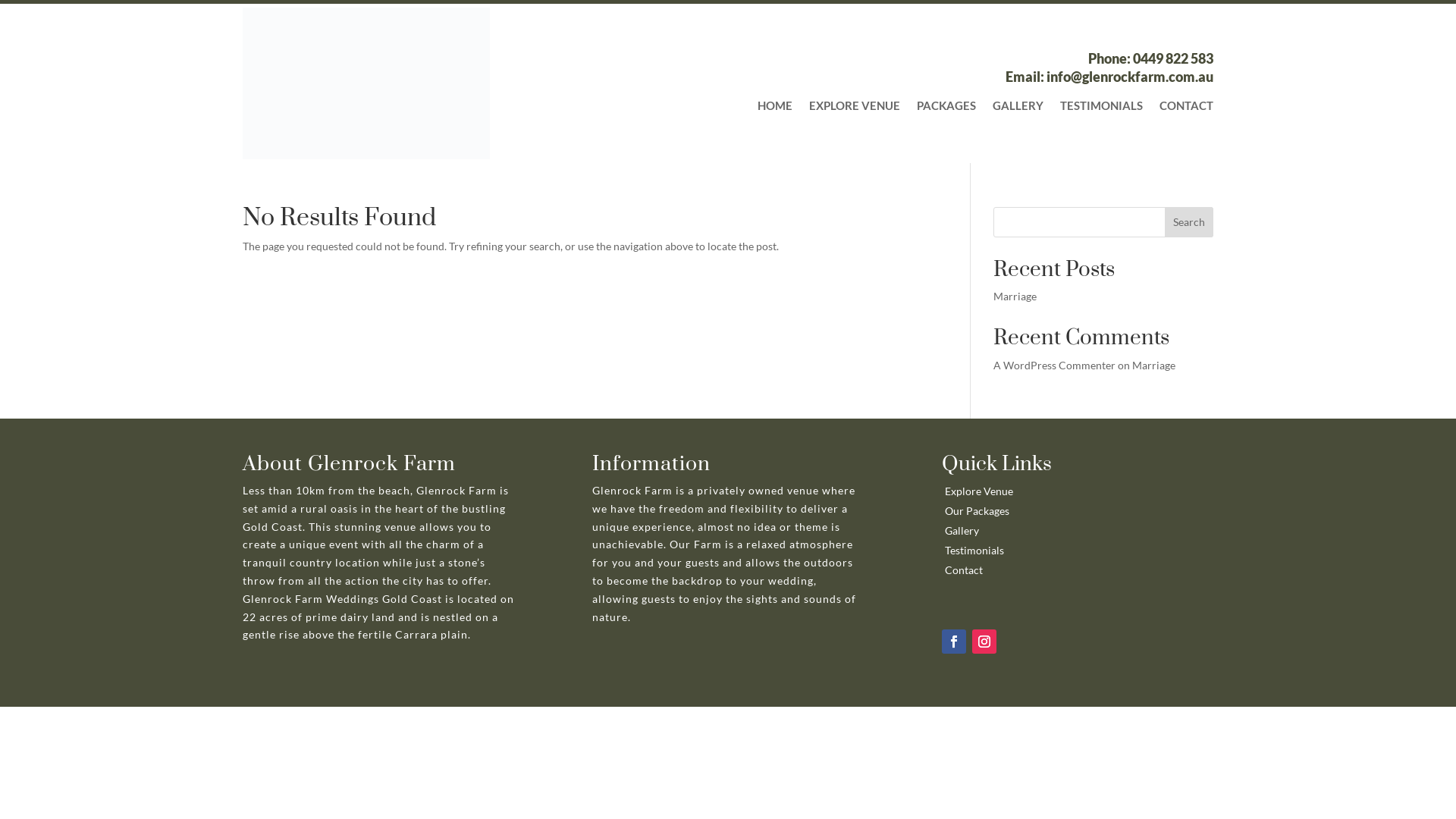 This screenshot has height=819, width=1456. What do you see at coordinates (993, 107) in the screenshot?
I see `'GALLERY'` at bounding box center [993, 107].